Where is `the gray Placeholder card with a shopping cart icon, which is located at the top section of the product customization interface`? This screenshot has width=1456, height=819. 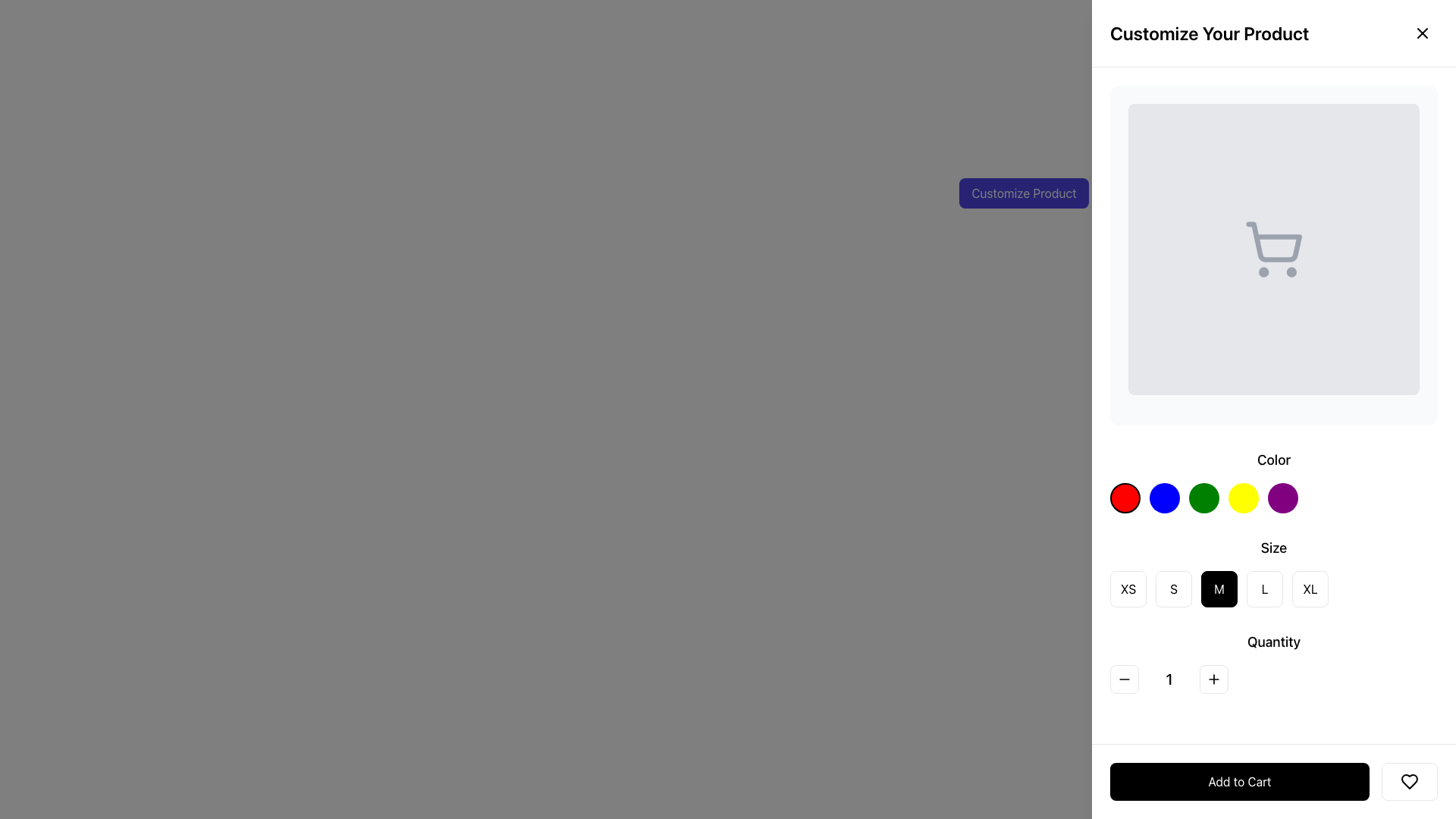 the gray Placeholder card with a shopping cart icon, which is located at the top section of the product customization interface is located at coordinates (1274, 254).